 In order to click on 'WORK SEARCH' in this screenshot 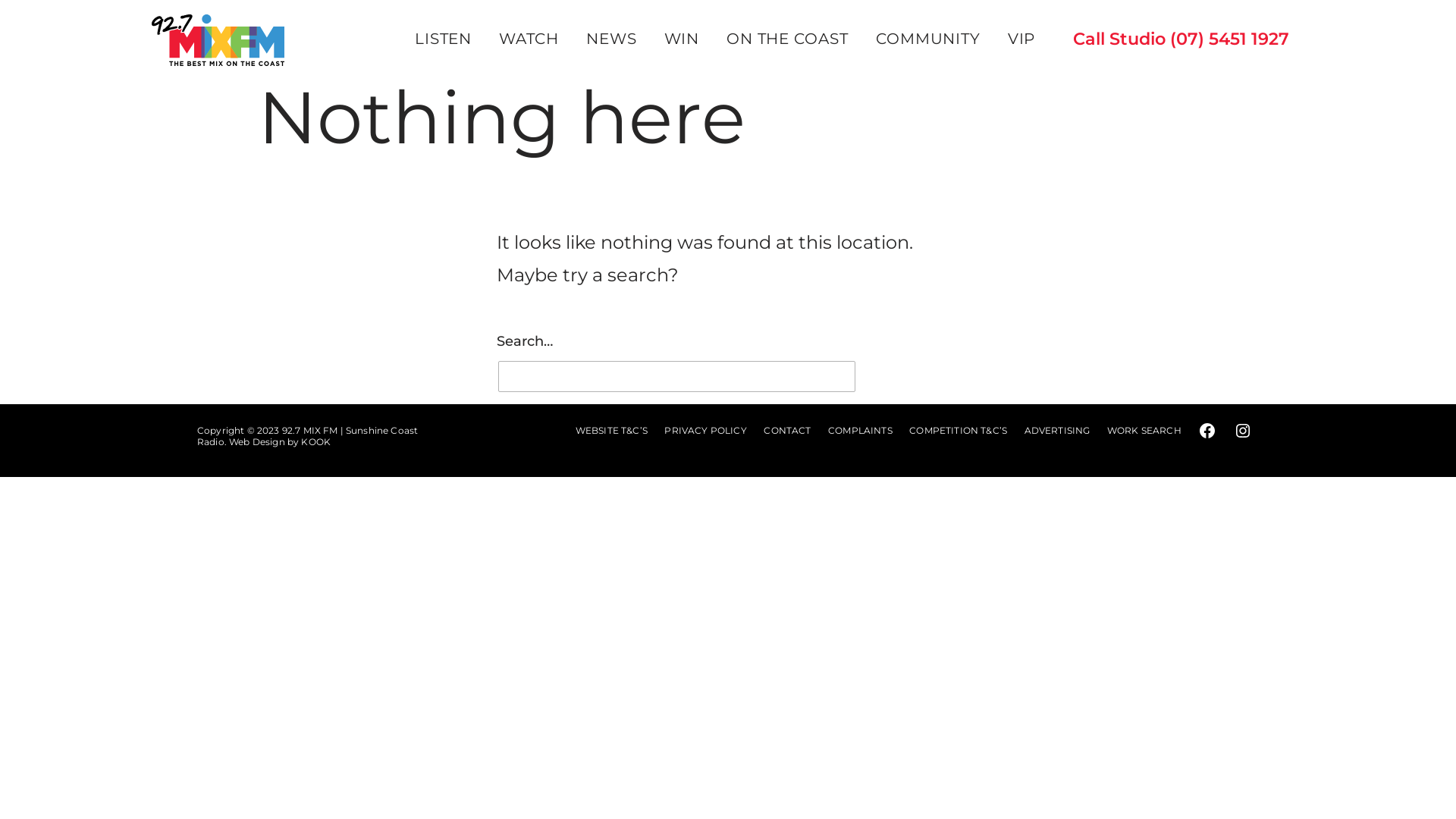, I will do `click(1144, 430)`.